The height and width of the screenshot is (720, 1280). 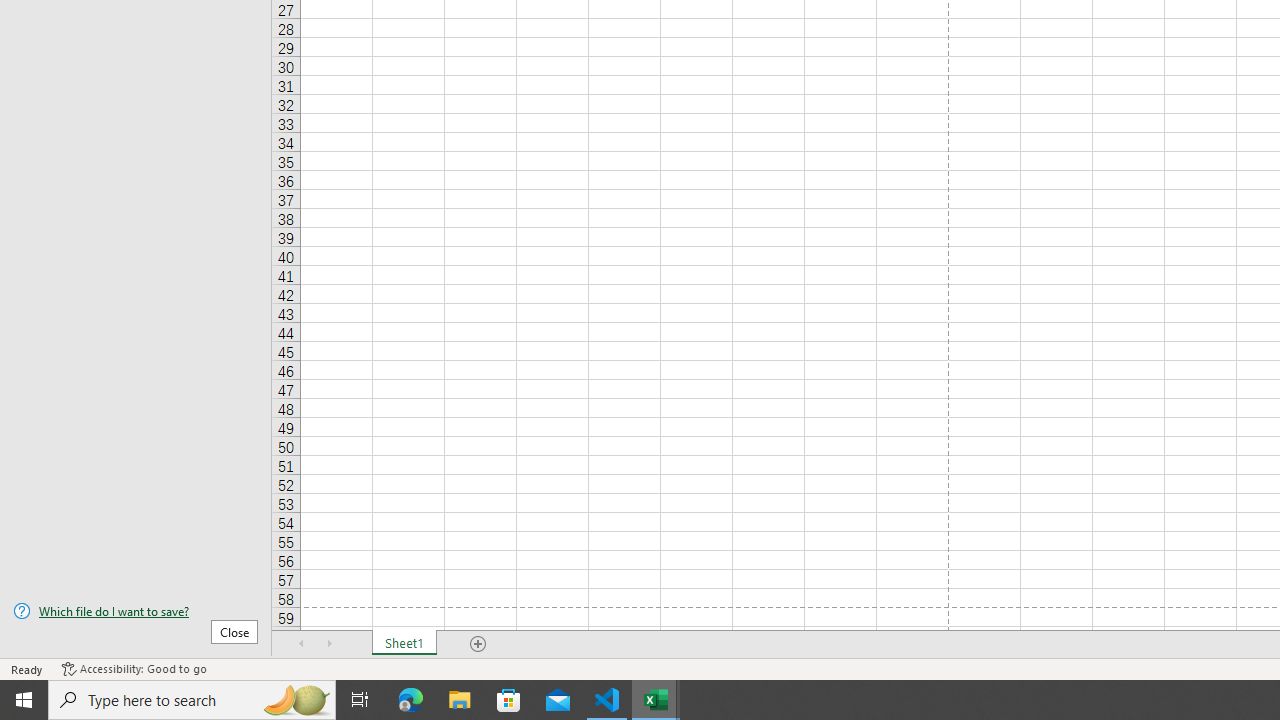 I want to click on 'Task View', so click(x=359, y=698).